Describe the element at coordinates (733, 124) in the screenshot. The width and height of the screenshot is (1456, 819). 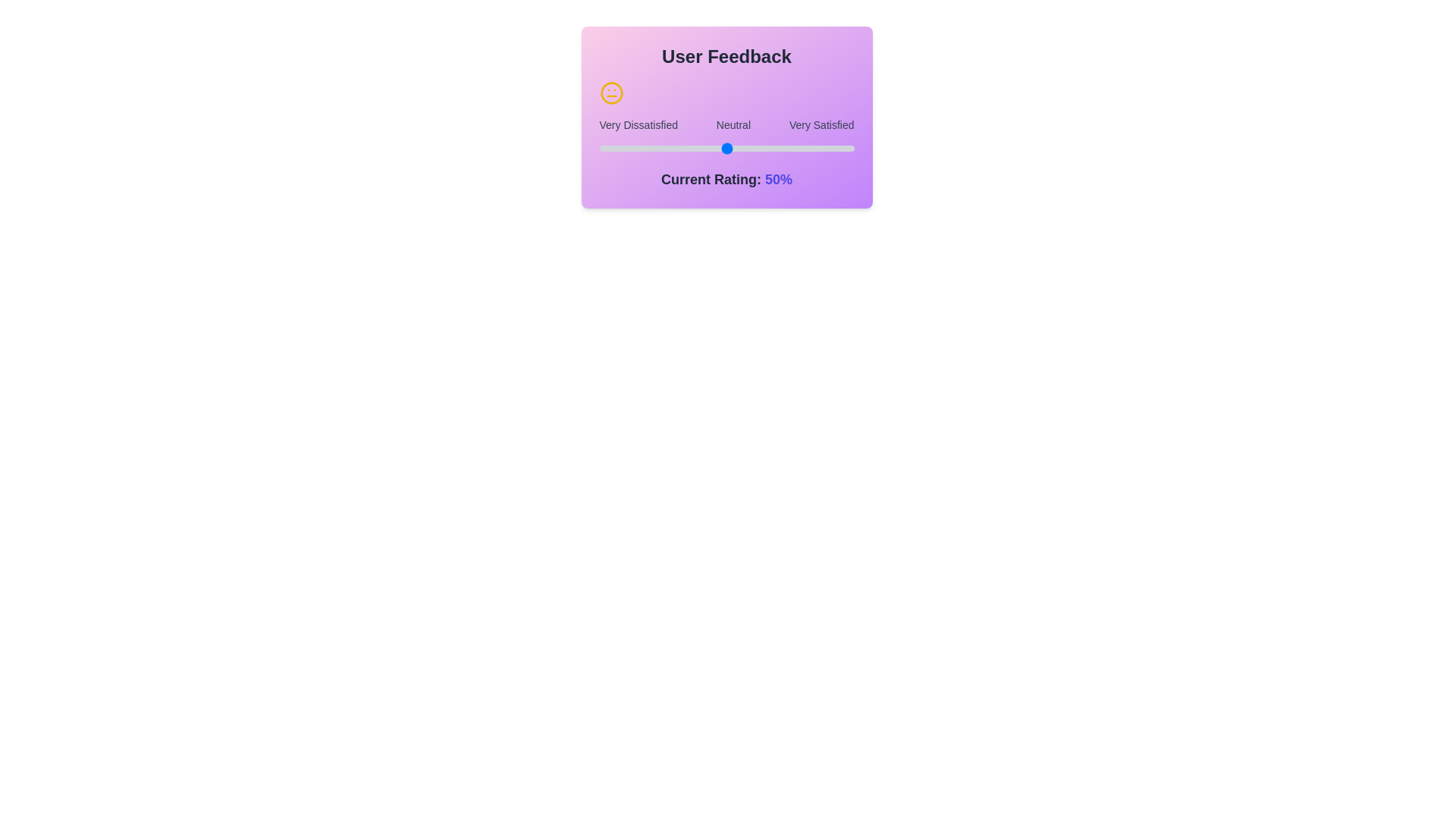
I see `the text label Neutral to select it` at that location.